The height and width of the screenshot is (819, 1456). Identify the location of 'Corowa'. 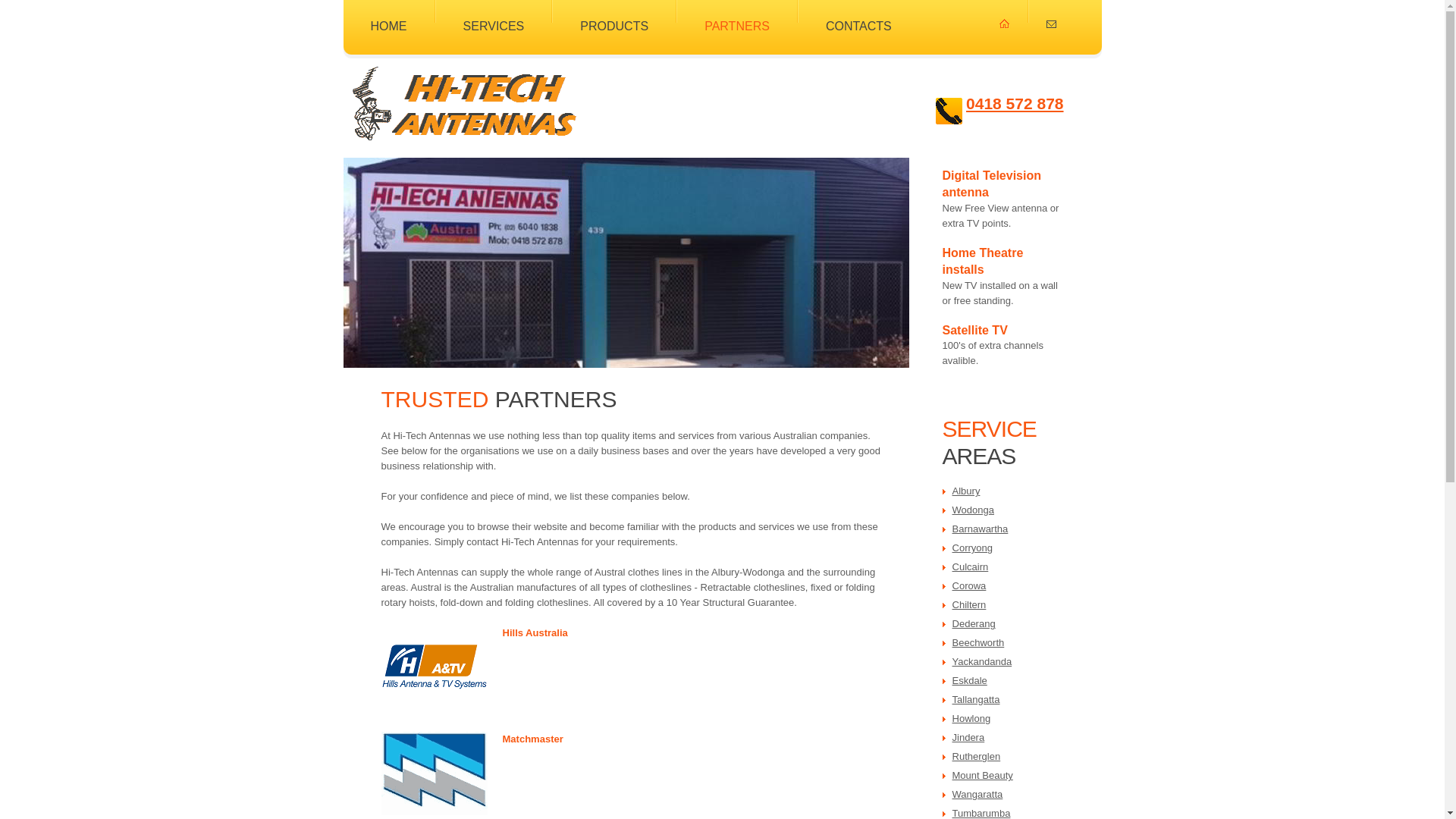
(968, 585).